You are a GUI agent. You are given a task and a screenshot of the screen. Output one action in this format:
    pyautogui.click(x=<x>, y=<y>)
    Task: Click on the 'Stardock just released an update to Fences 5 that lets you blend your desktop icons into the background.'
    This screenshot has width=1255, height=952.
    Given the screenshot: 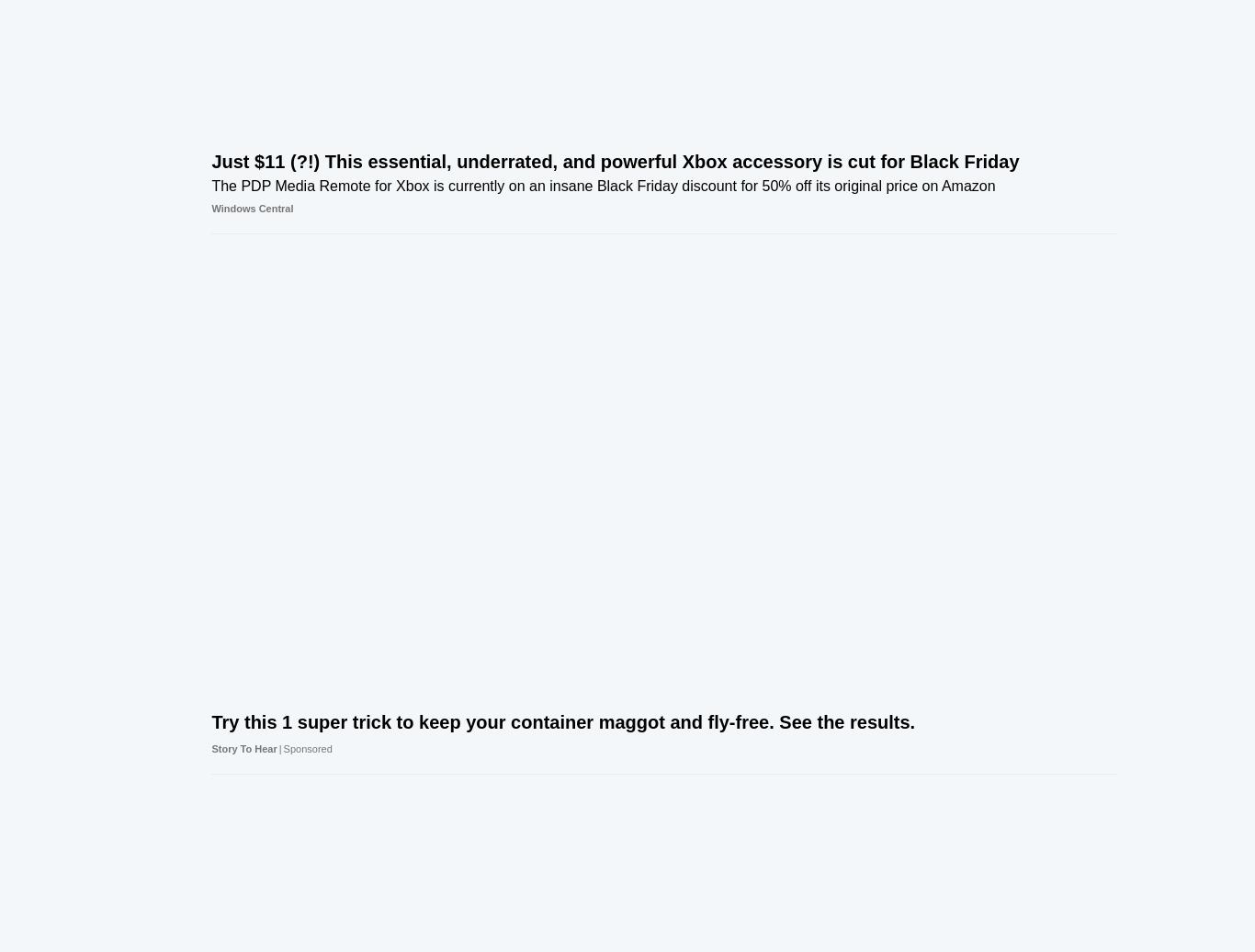 What is the action you would take?
    pyautogui.click(x=510, y=188)
    